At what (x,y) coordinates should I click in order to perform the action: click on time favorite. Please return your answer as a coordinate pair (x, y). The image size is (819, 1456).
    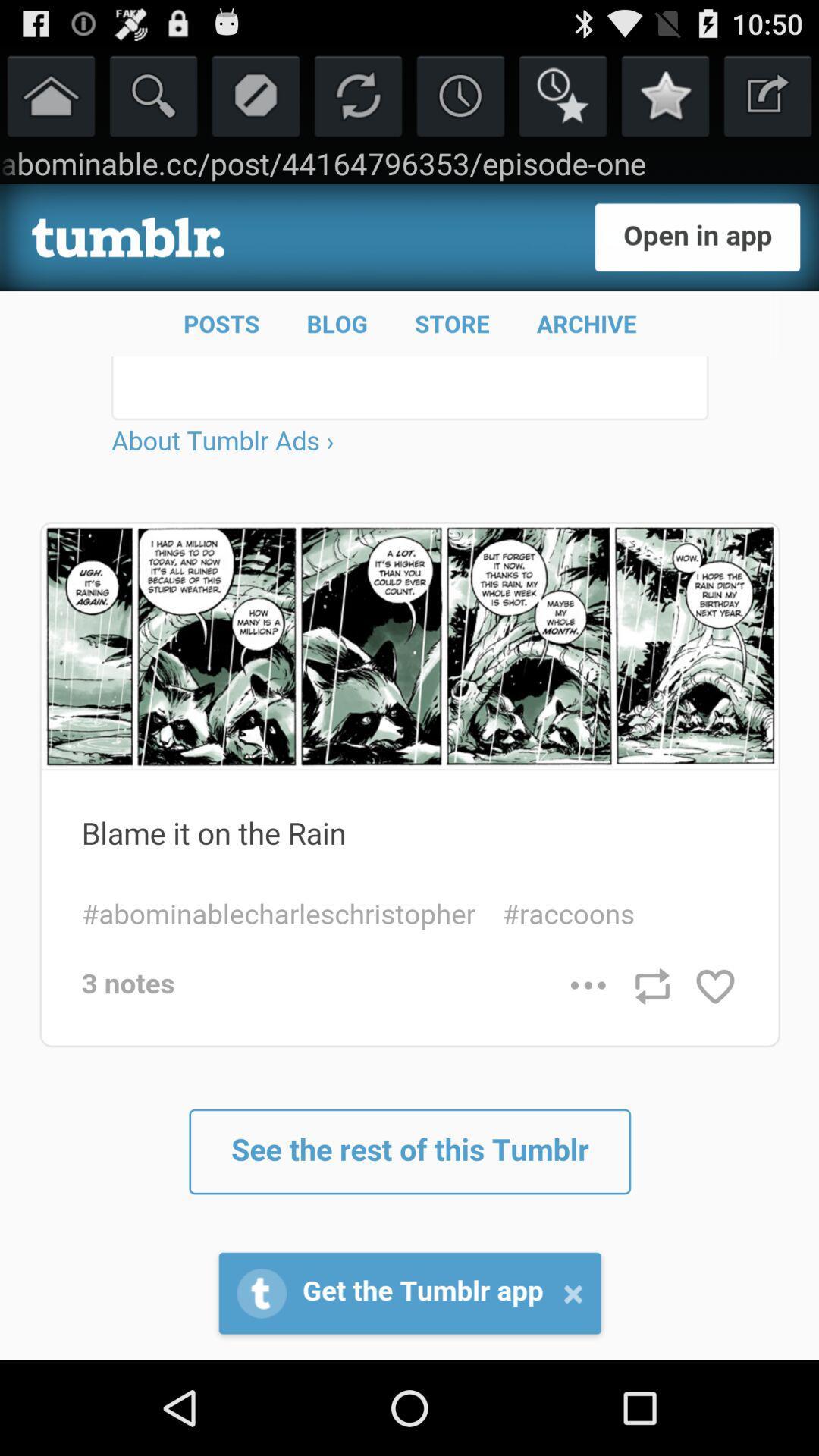
    Looking at the image, I should click on (563, 94).